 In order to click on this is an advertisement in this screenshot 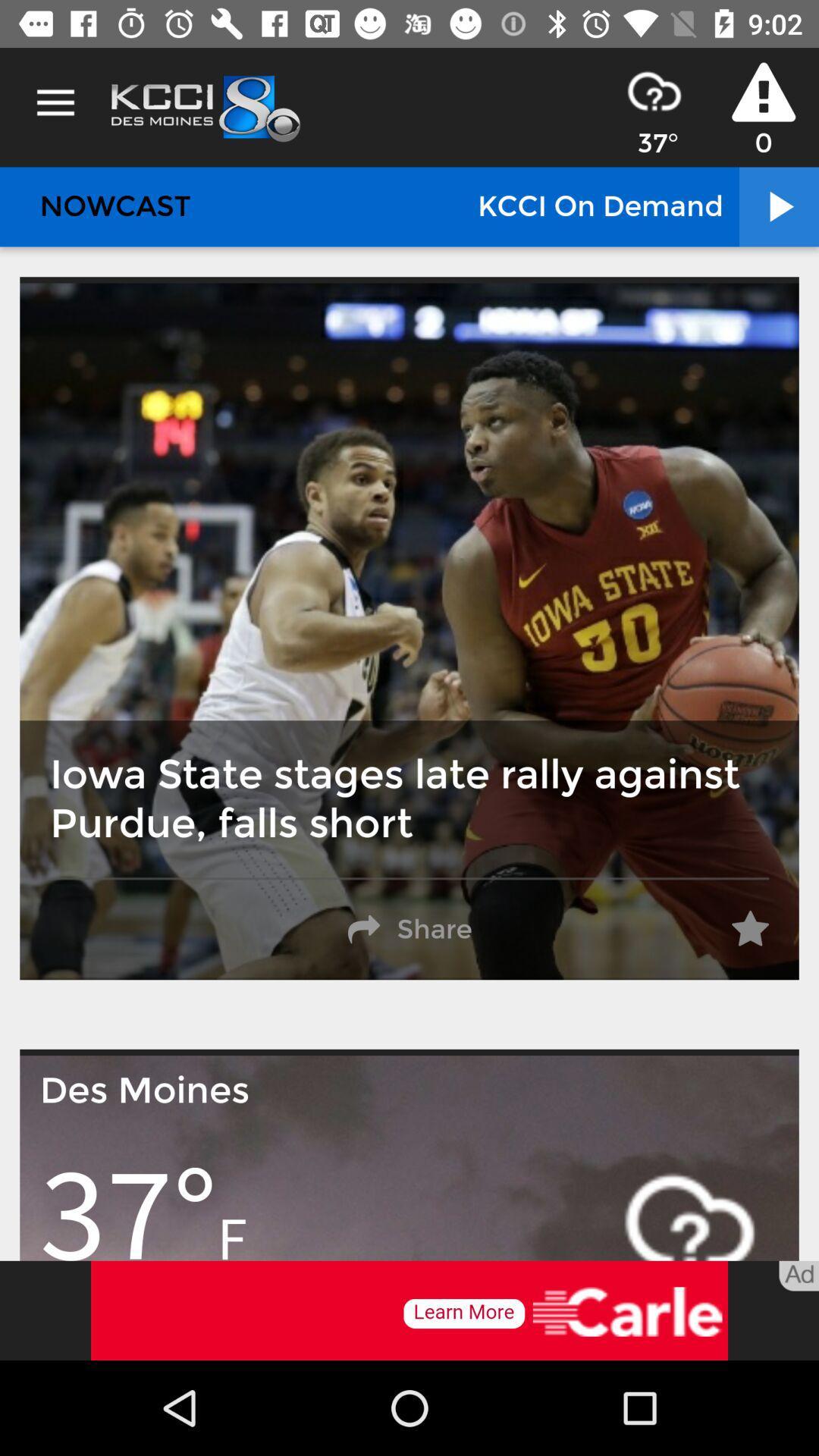, I will do `click(409, 1310)`.